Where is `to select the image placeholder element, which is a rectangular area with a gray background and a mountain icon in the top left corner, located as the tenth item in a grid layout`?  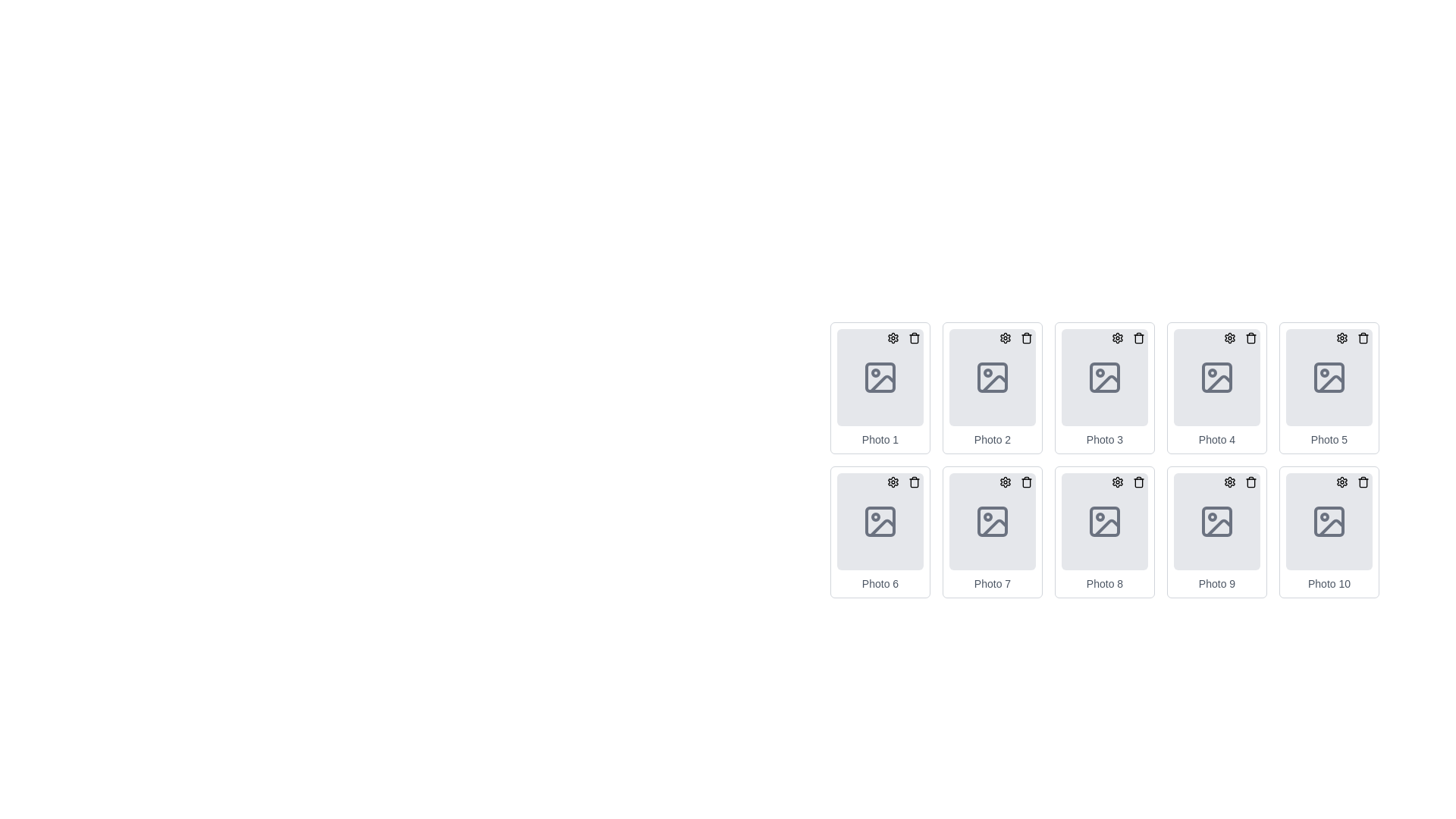 to select the image placeholder element, which is a rectangular area with a gray background and a mountain icon in the top left corner, located as the tenth item in a grid layout is located at coordinates (1328, 520).